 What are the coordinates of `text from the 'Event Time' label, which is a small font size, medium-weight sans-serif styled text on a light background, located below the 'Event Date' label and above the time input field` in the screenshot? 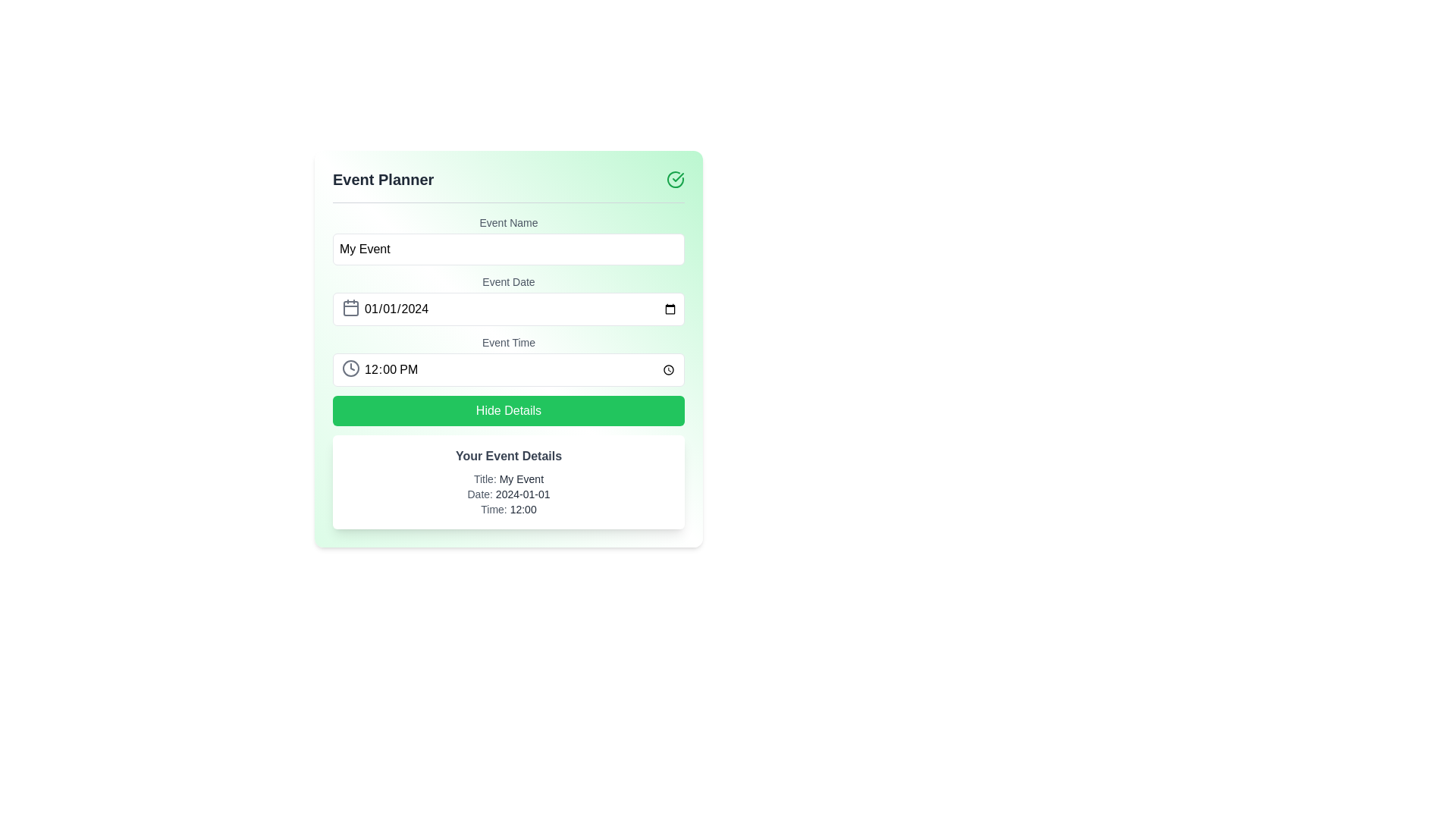 It's located at (509, 342).